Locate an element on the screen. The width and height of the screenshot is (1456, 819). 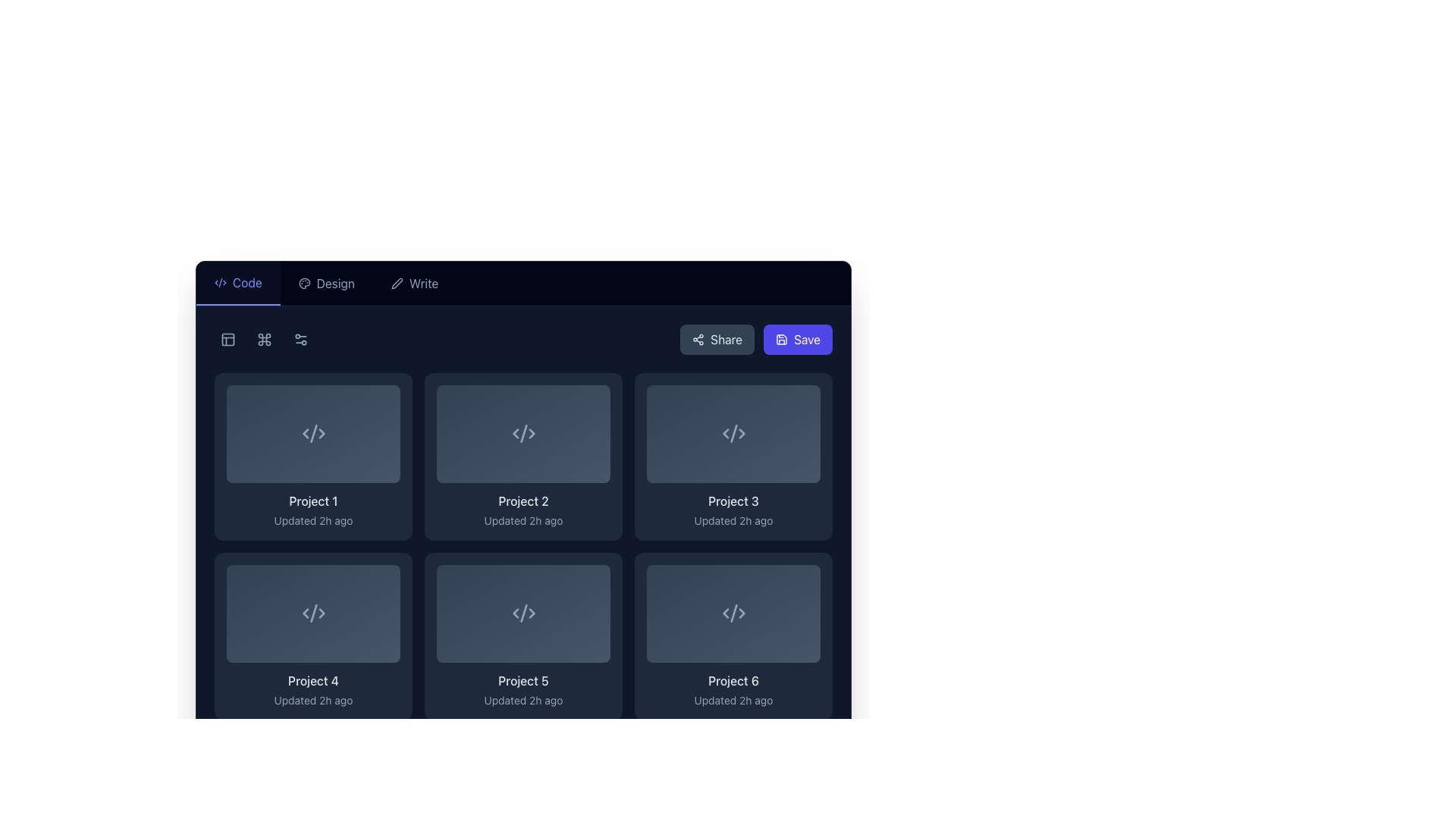
the small, circular palette icon located in the left portion of the horizontal navigation bar, situated between the 'Code' and 'Write' options in the 'Design' section to potentially display more information or a tooltip is located at coordinates (303, 284).